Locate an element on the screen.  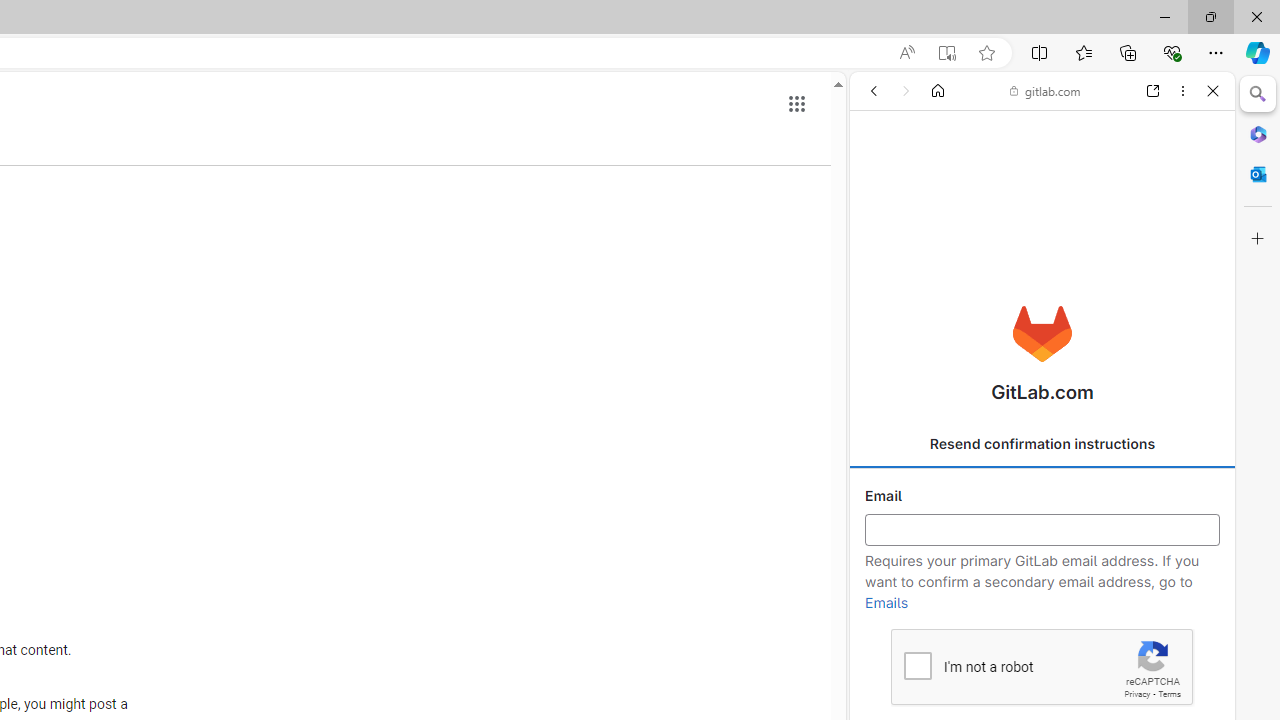
'Close Search pane' is located at coordinates (1257, 94).